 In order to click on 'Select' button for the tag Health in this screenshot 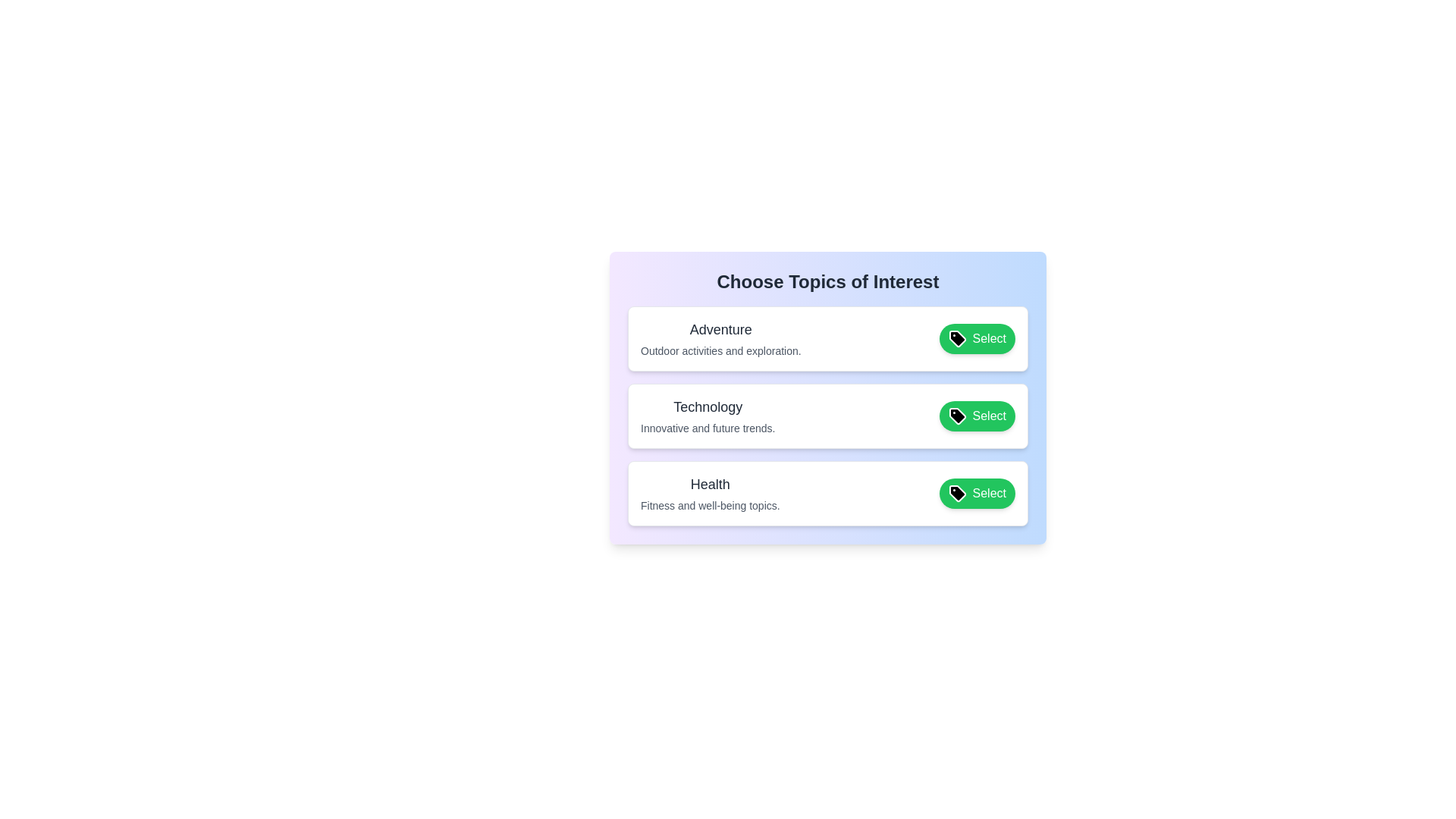, I will do `click(977, 494)`.